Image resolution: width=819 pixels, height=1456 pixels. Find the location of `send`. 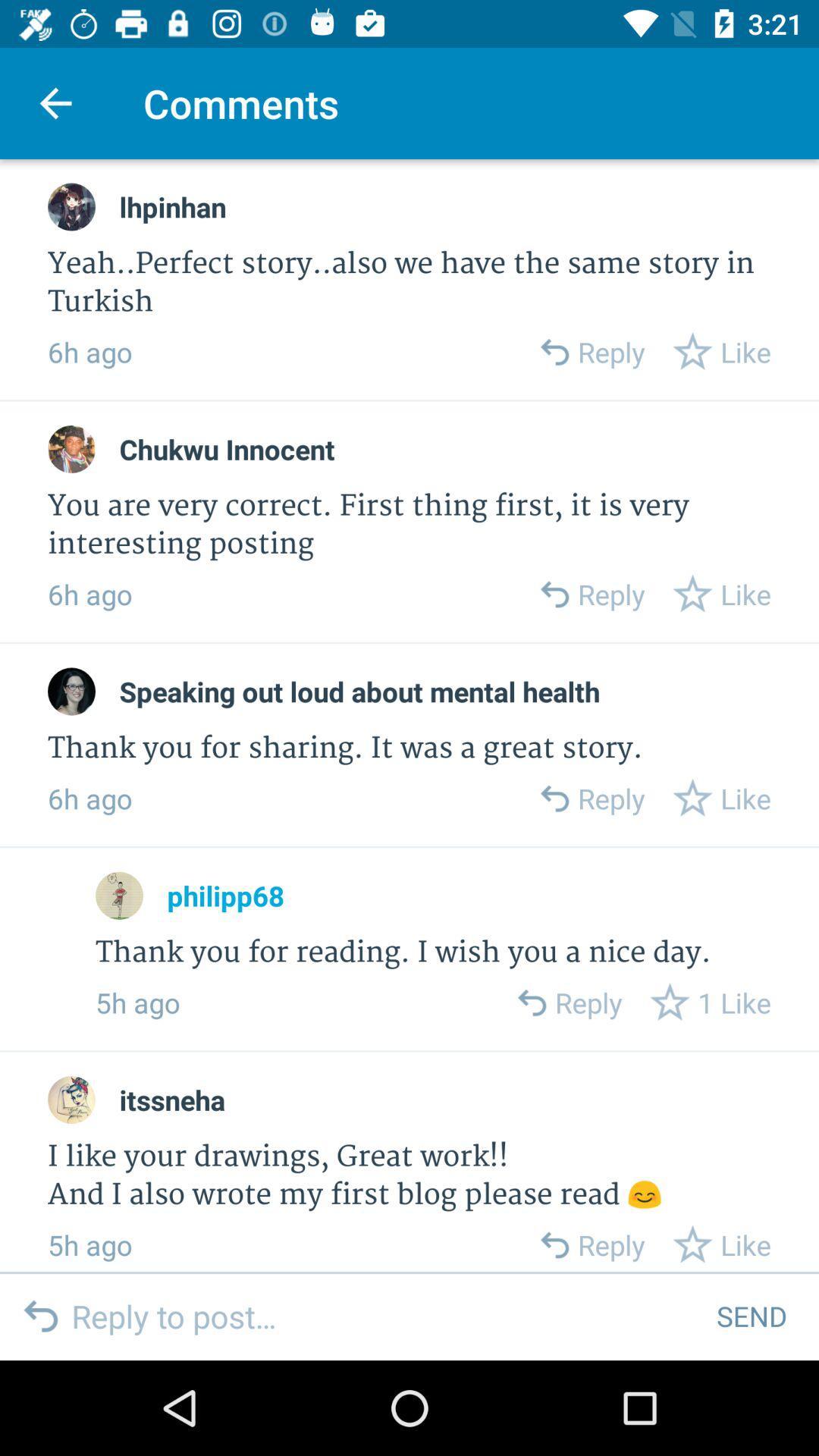

send is located at coordinates (752, 1315).